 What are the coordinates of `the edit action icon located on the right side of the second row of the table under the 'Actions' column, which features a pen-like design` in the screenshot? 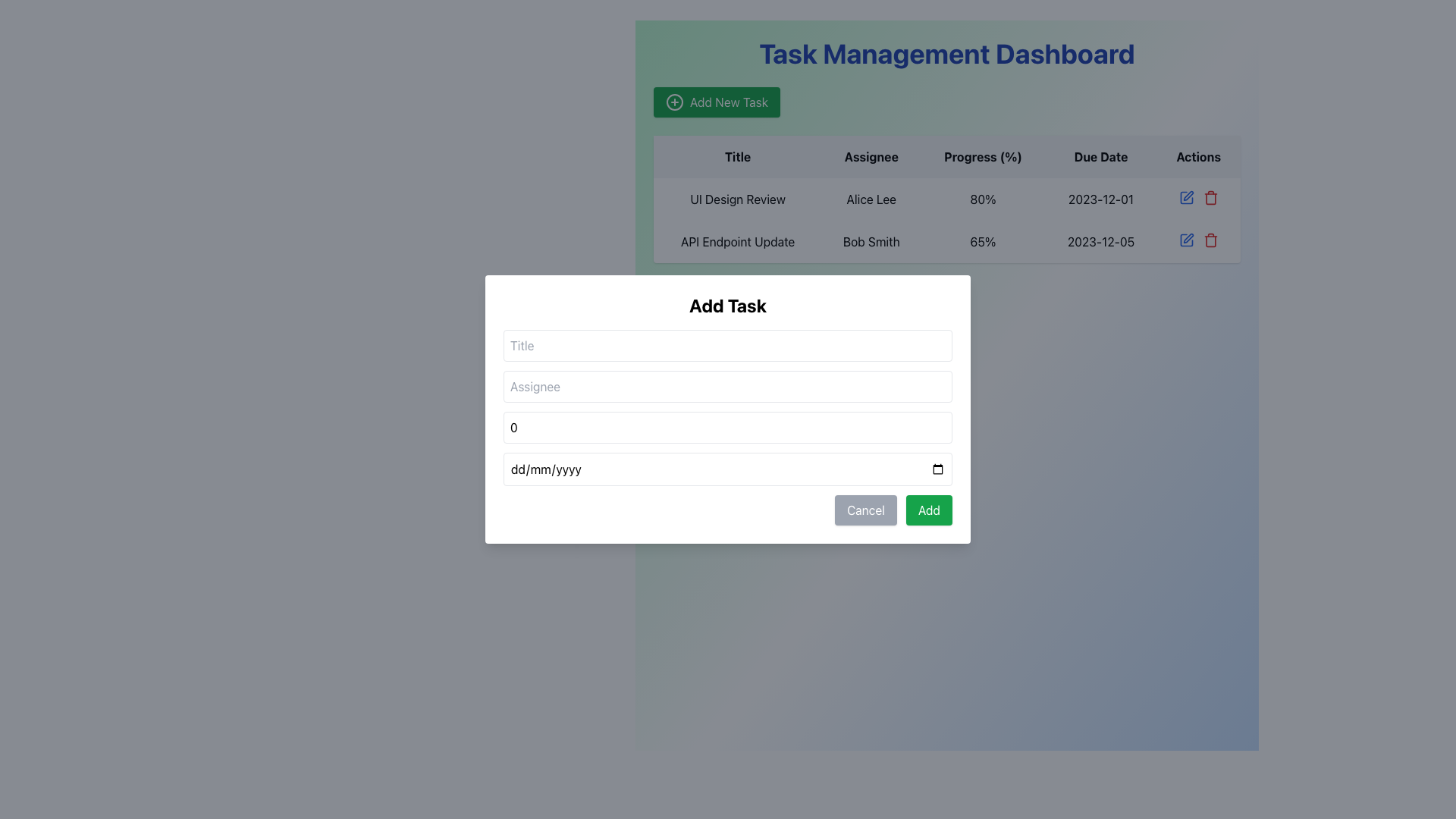 It's located at (1188, 238).